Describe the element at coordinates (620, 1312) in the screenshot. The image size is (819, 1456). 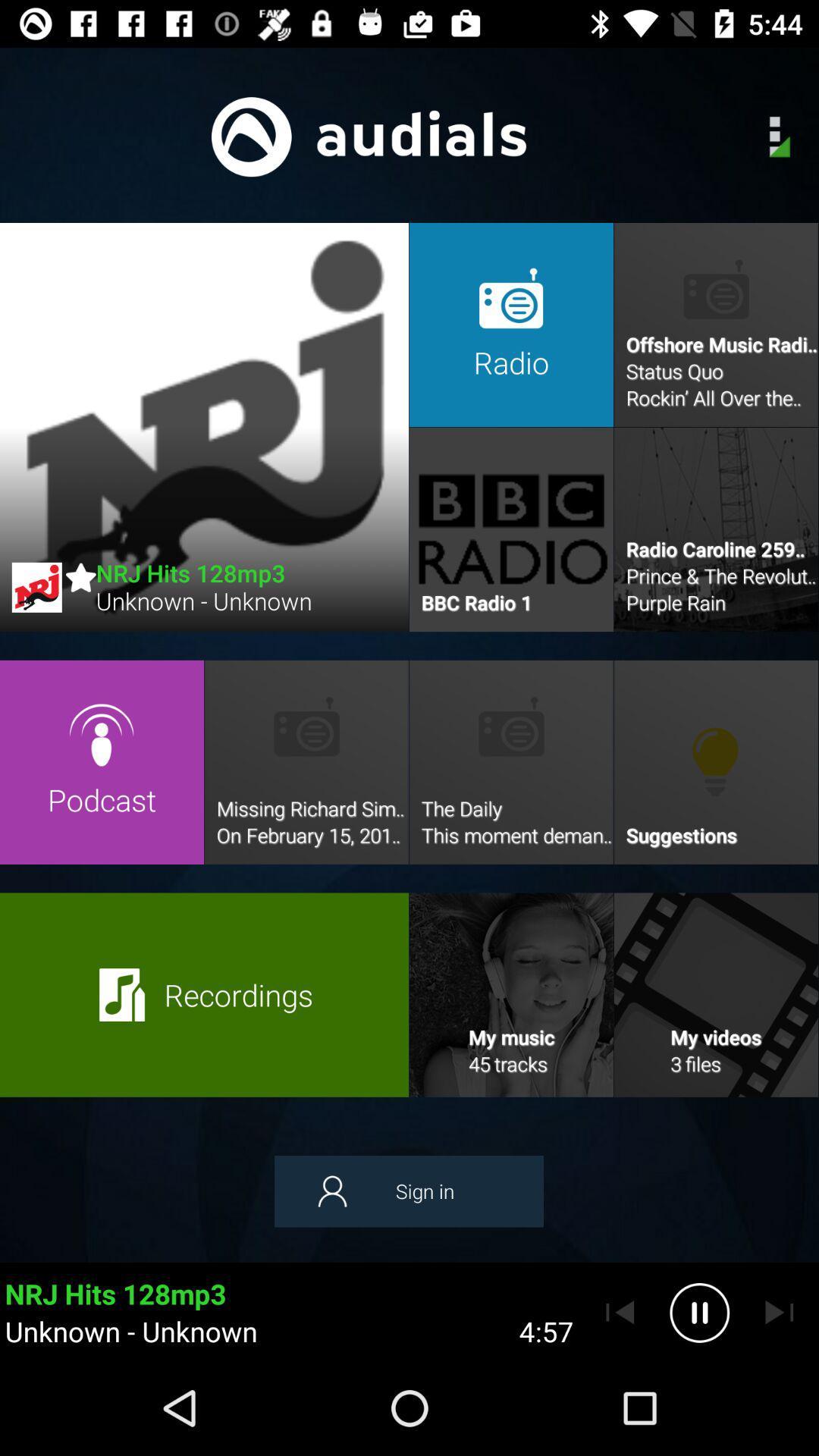
I see `the skip_previous icon` at that location.